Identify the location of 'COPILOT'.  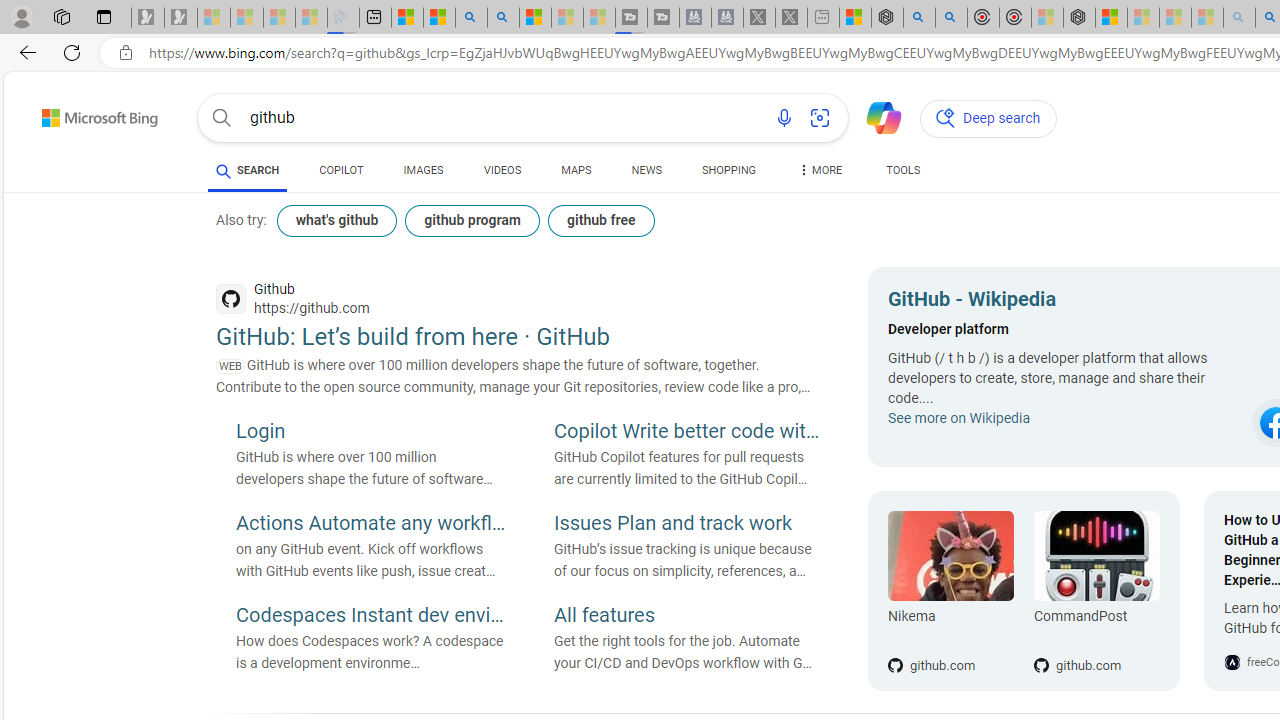
(341, 170).